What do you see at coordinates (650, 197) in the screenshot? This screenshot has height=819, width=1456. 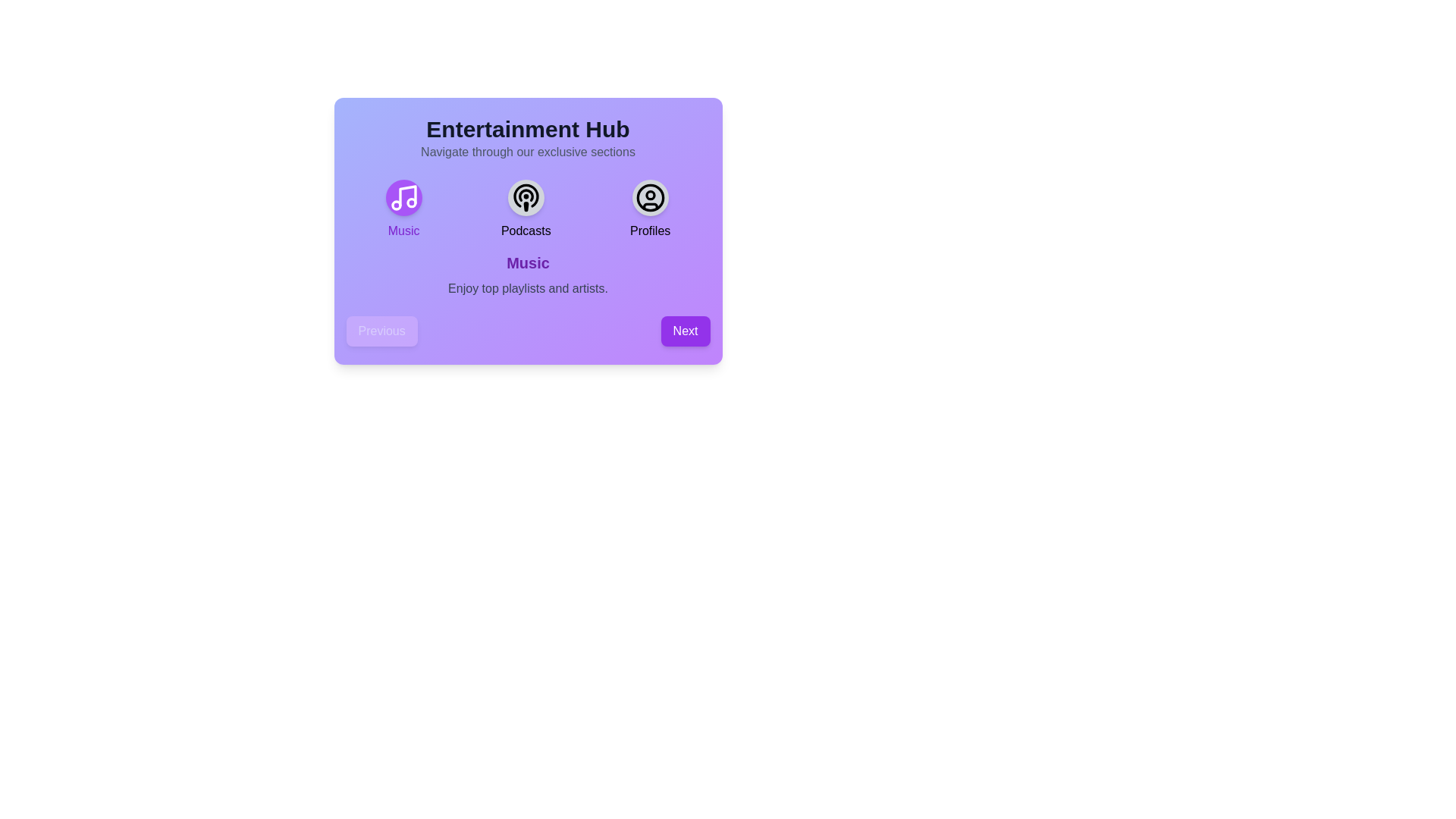 I see `the Profiles section by clicking its icon` at bounding box center [650, 197].